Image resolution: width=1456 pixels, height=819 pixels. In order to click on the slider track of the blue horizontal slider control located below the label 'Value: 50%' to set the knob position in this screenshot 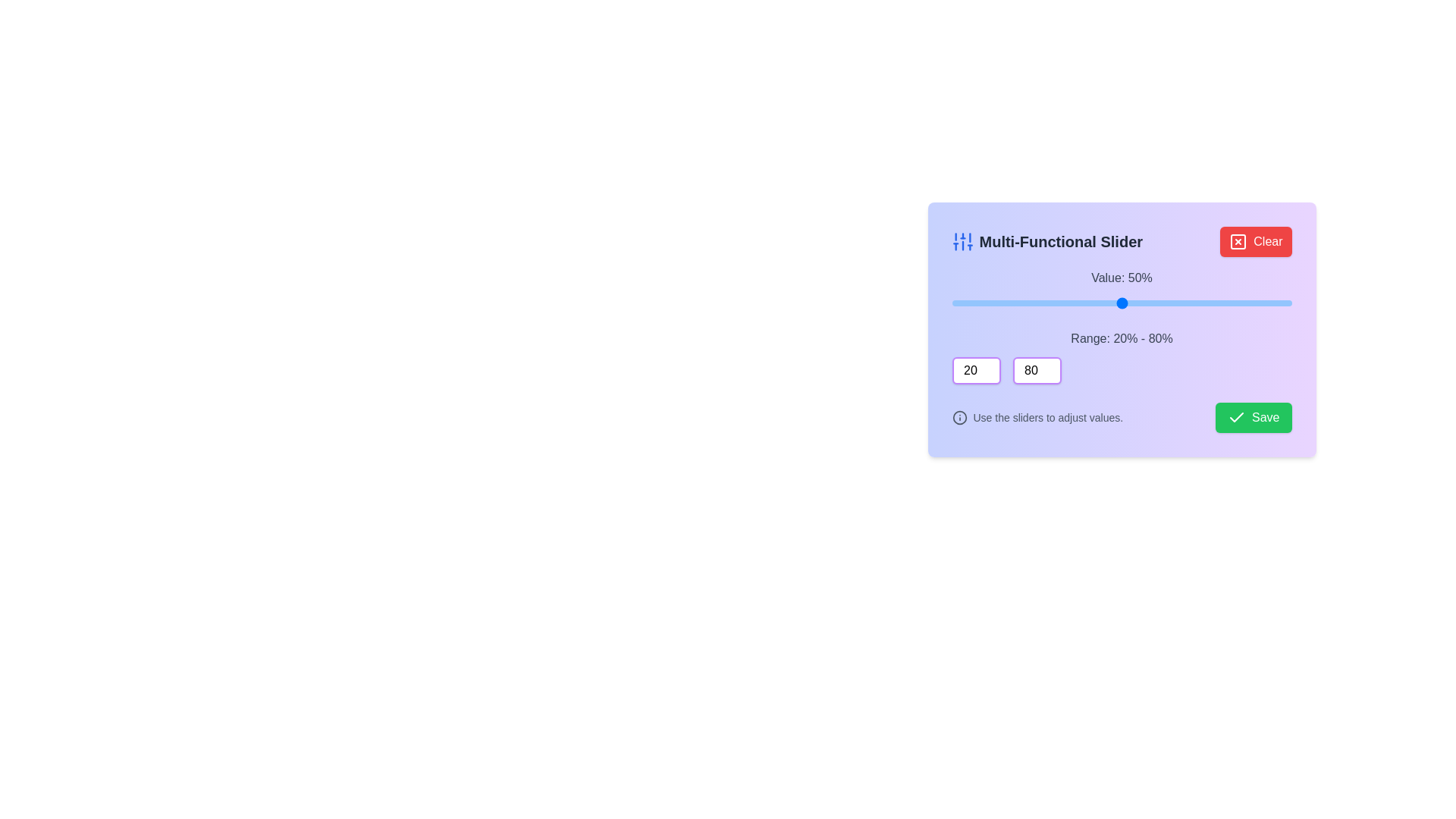, I will do `click(1122, 303)`.